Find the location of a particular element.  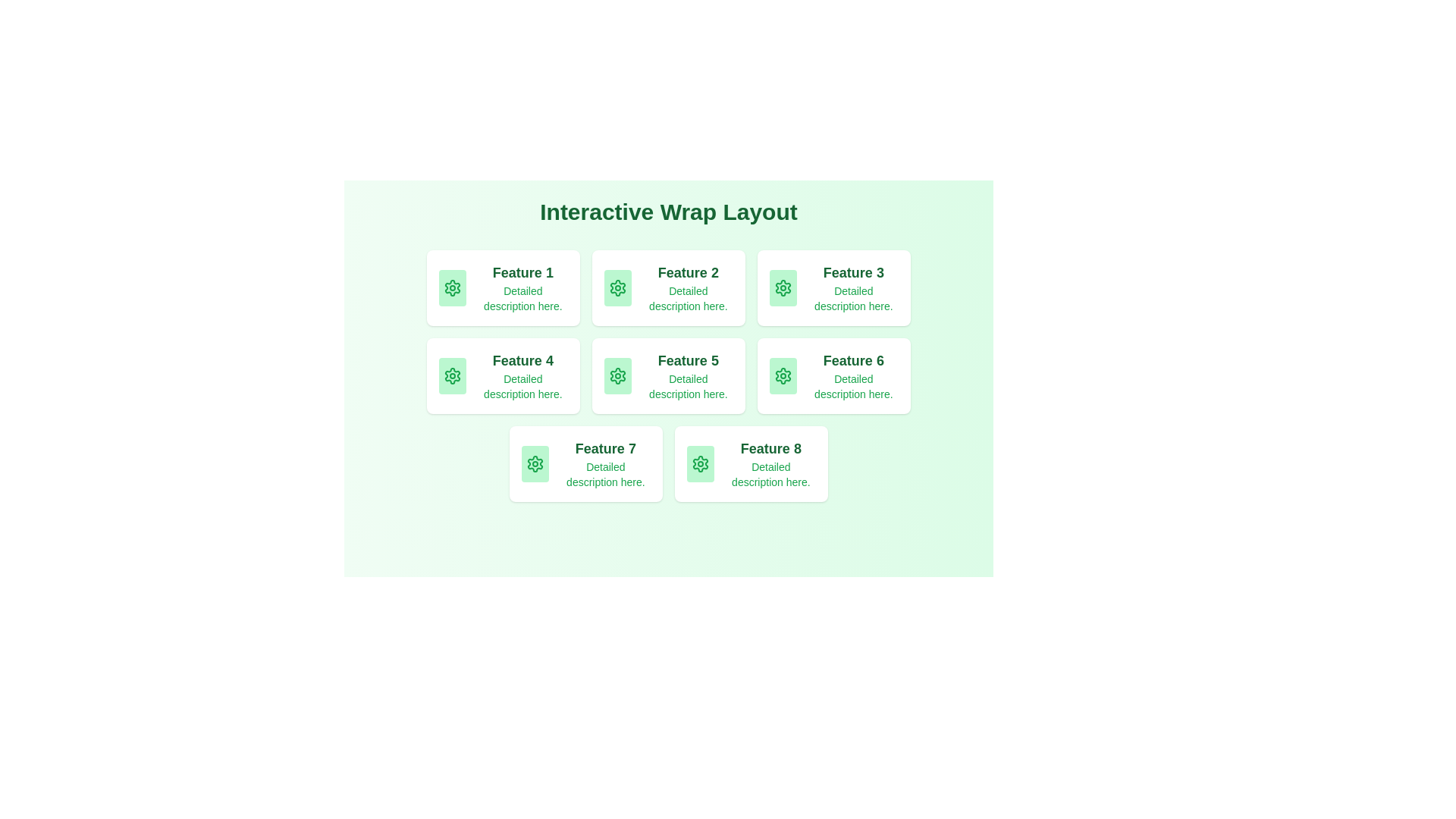

the green gear icon with a hollow circular center located in the 'Feature 5' box, which is in the second row and middle column of the grid is located at coordinates (617, 375).